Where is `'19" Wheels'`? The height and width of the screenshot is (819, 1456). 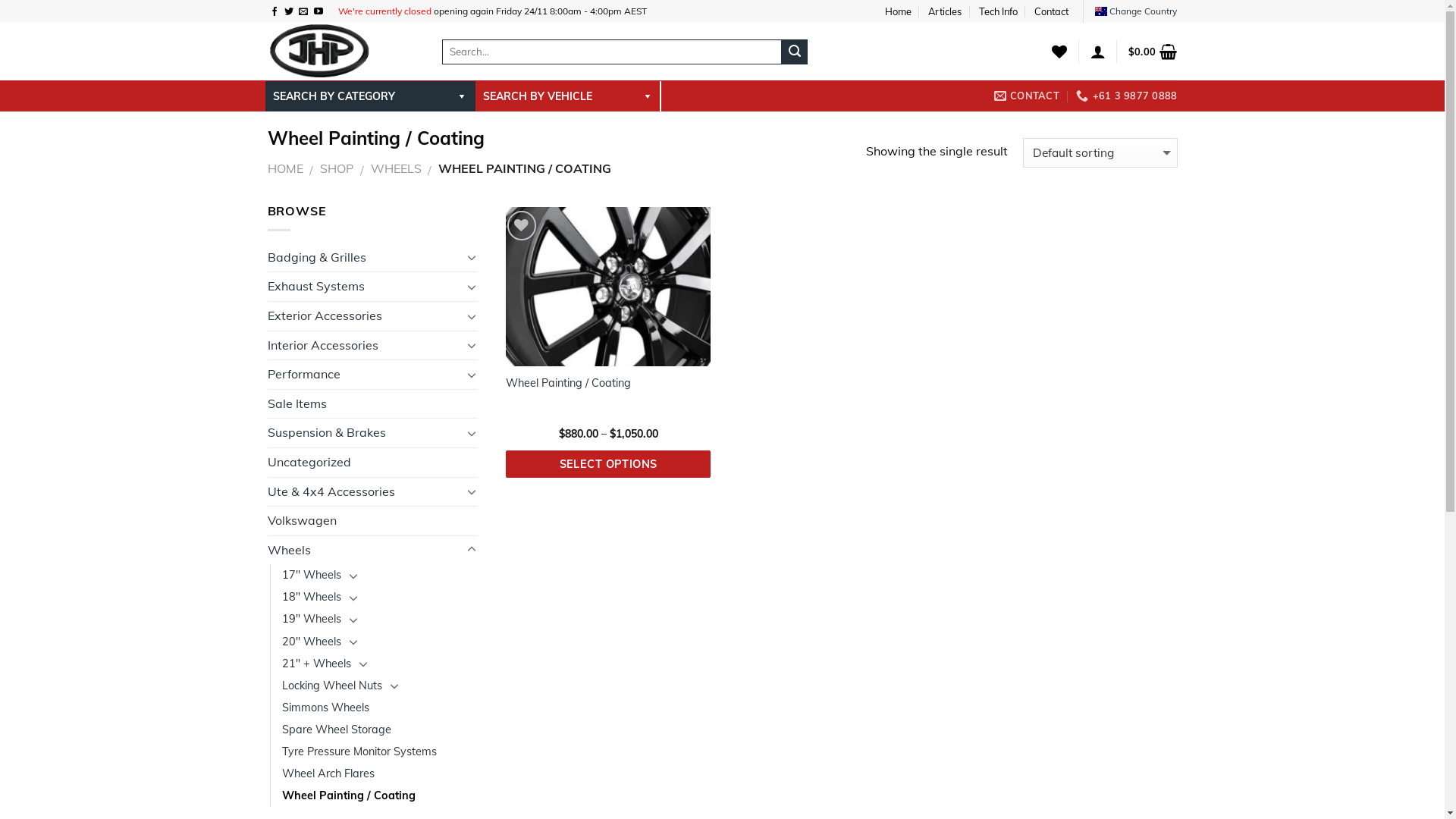 '19" Wheels' is located at coordinates (311, 619).